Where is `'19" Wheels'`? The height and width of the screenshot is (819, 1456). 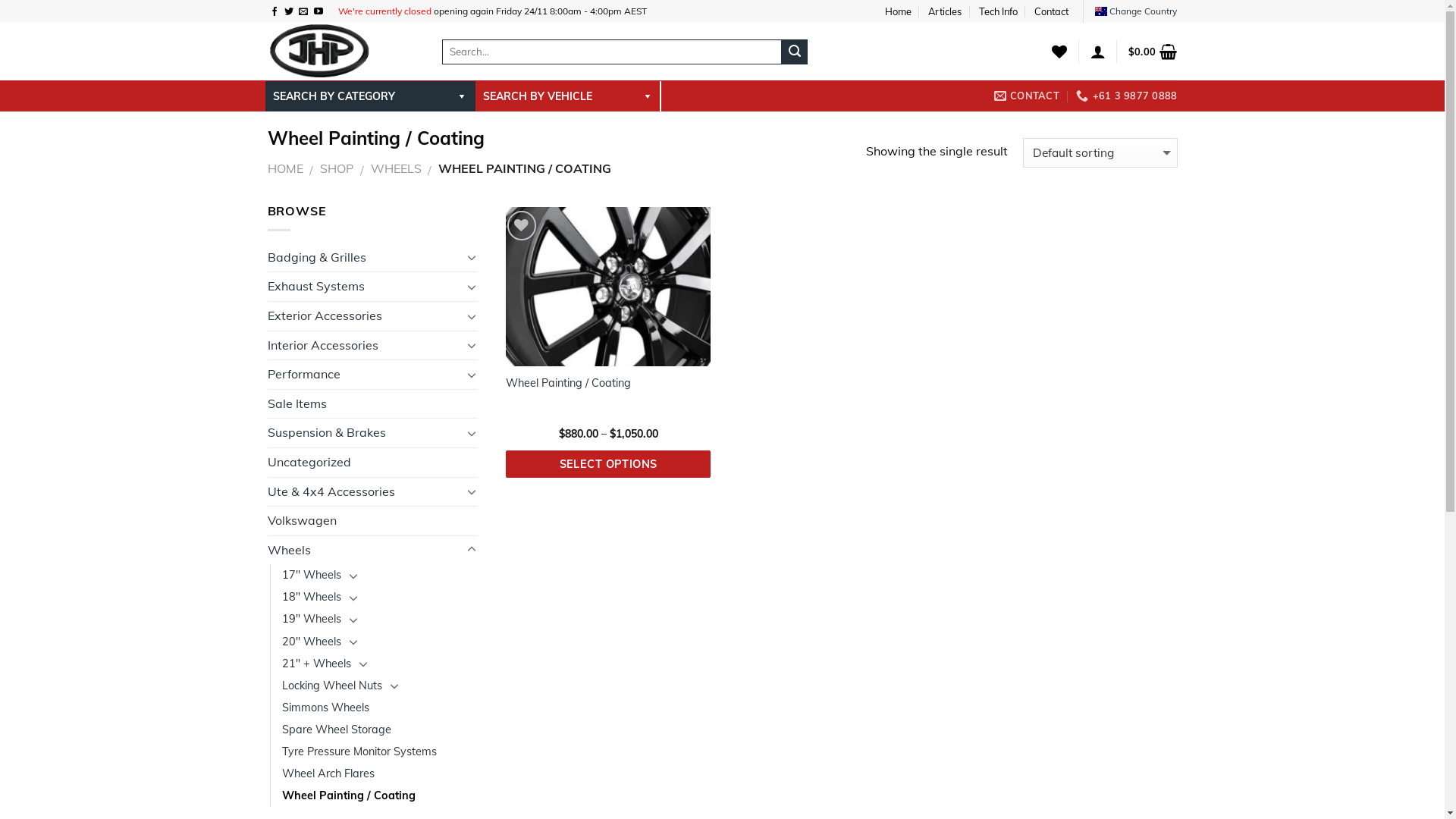 '19" Wheels' is located at coordinates (311, 619).